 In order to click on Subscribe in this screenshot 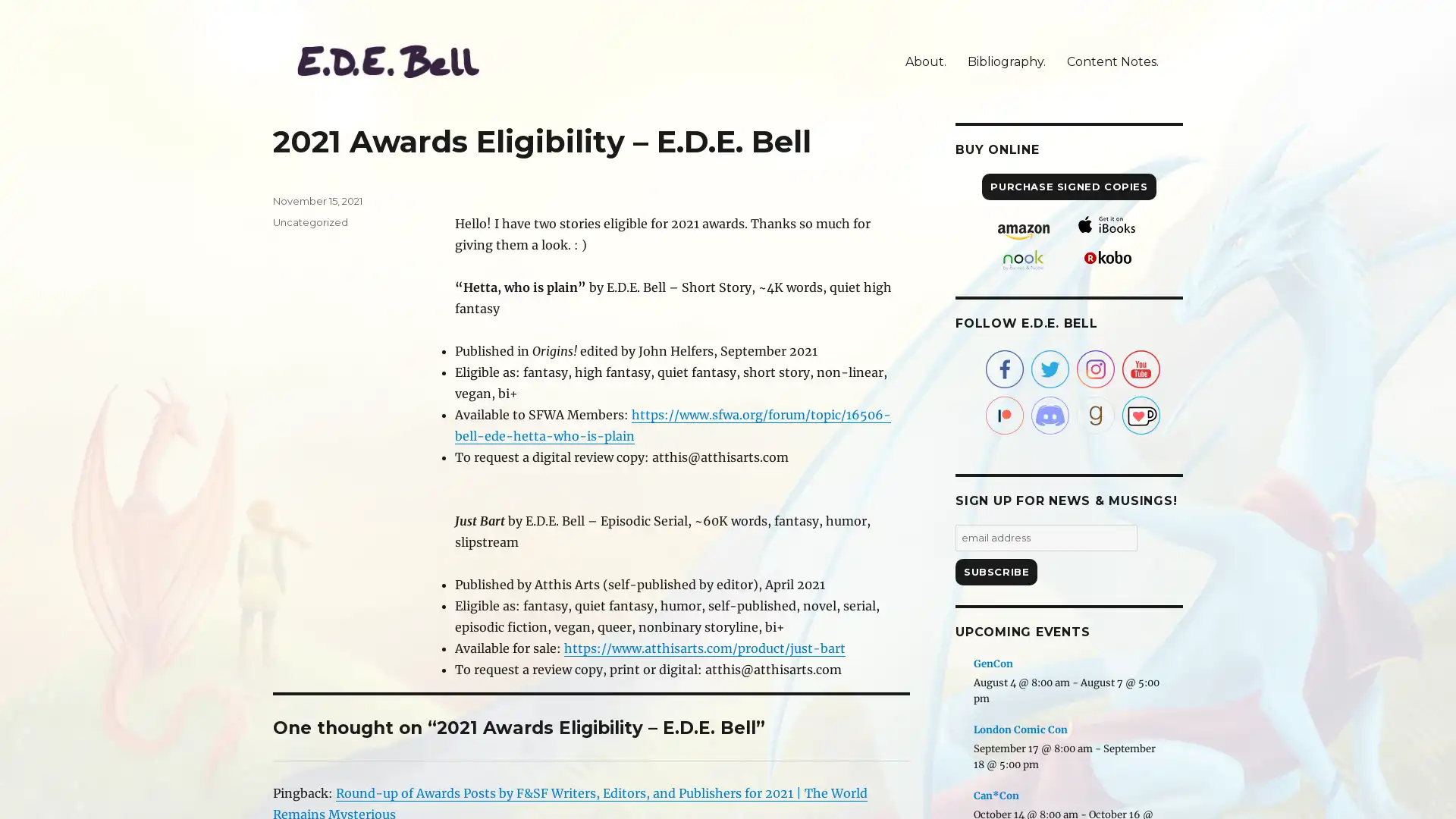, I will do `click(996, 572)`.